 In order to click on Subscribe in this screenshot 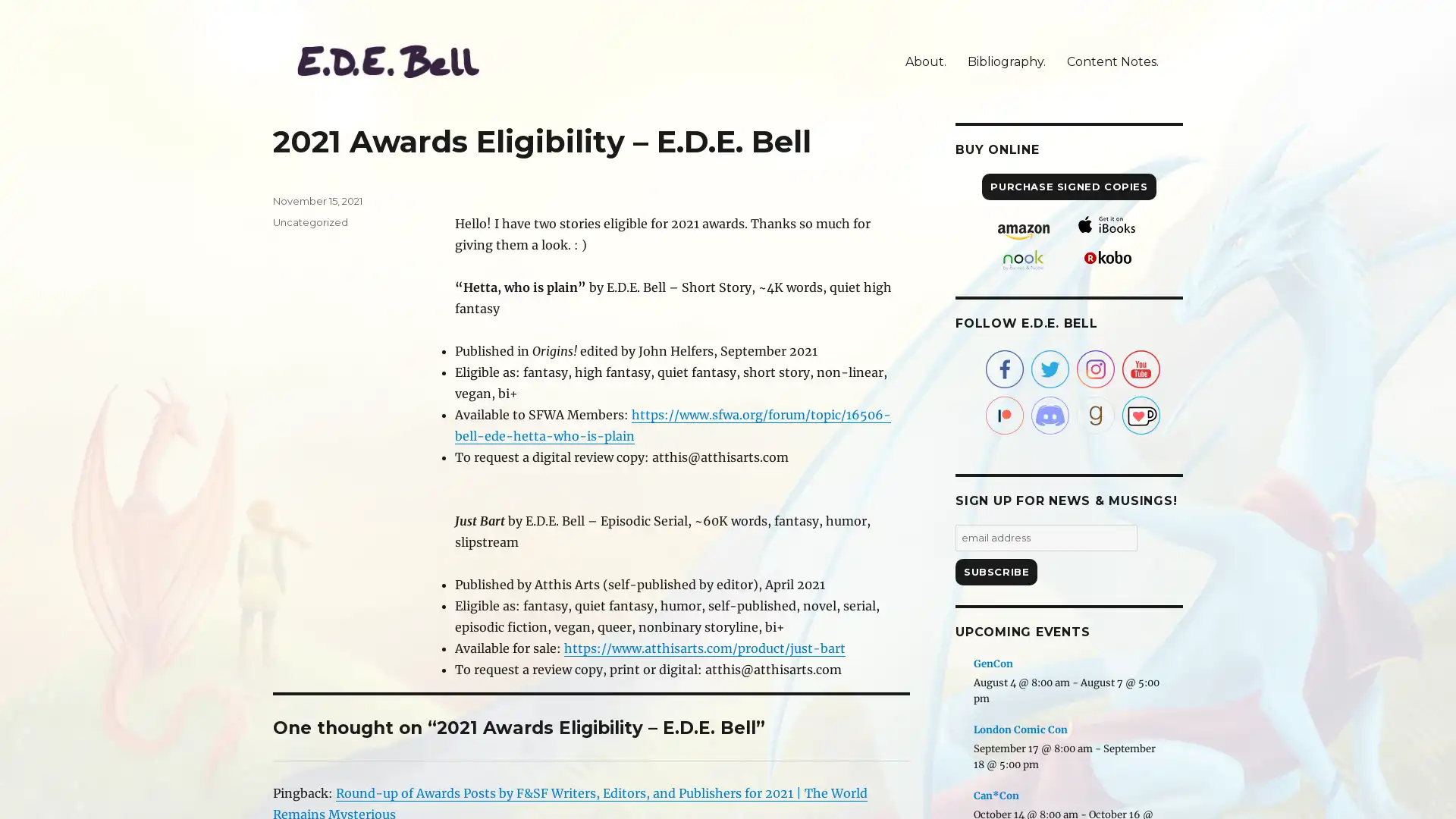, I will do `click(996, 572)`.